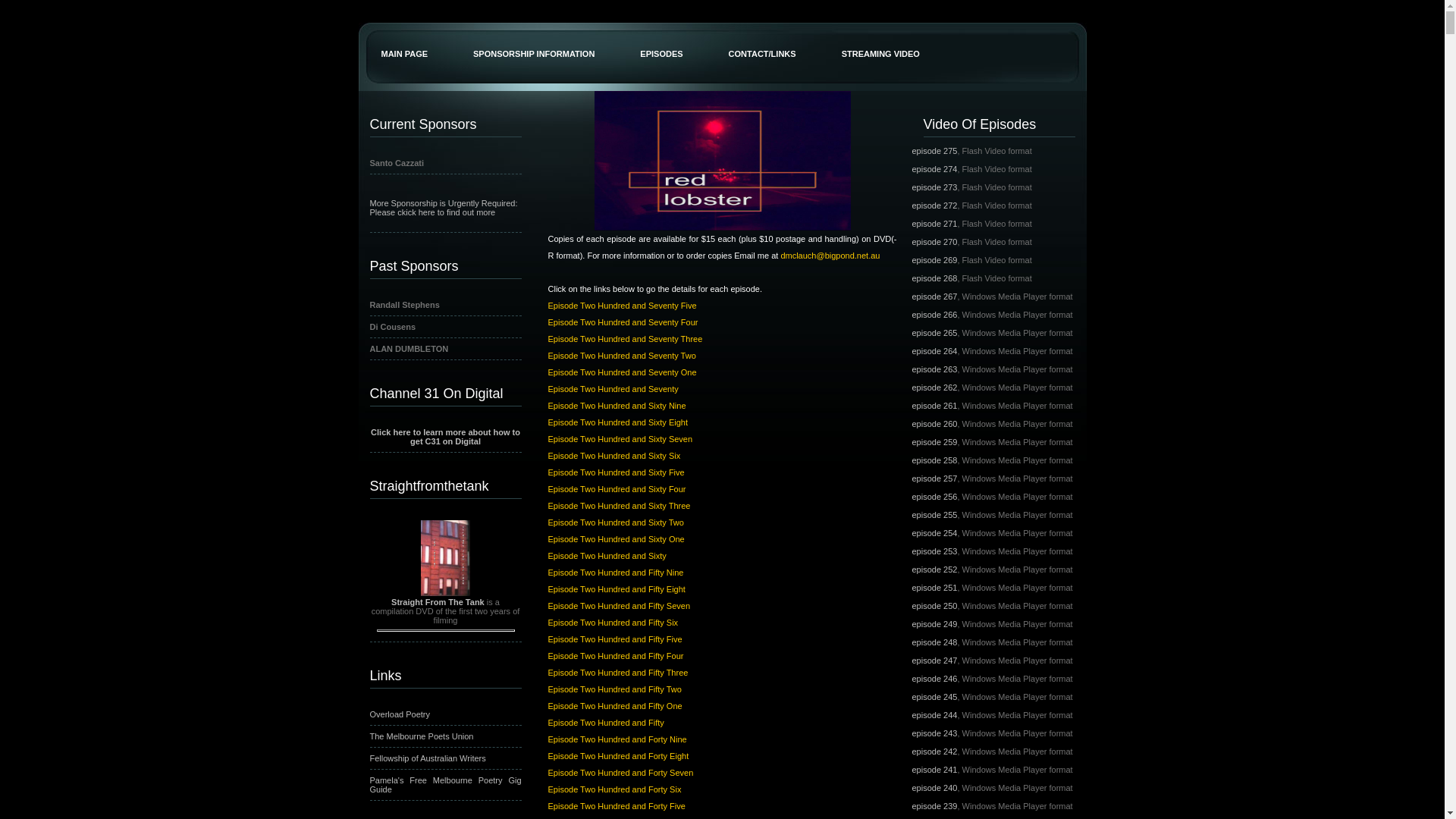 Image resolution: width=1456 pixels, height=819 pixels. Describe the element at coordinates (910, 660) in the screenshot. I see `'episode 247'` at that location.